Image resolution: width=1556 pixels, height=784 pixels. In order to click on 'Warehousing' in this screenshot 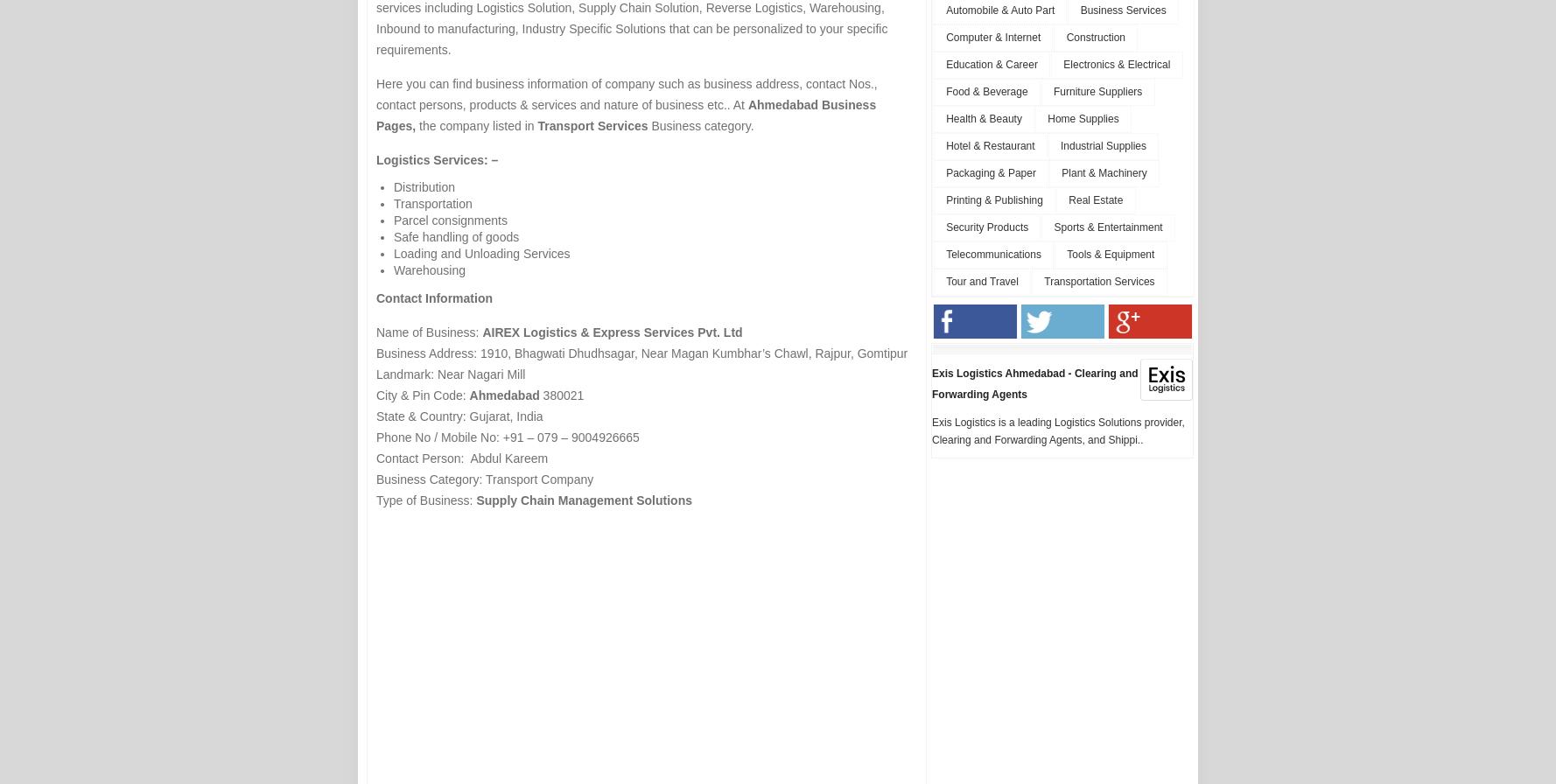, I will do `click(428, 270)`.